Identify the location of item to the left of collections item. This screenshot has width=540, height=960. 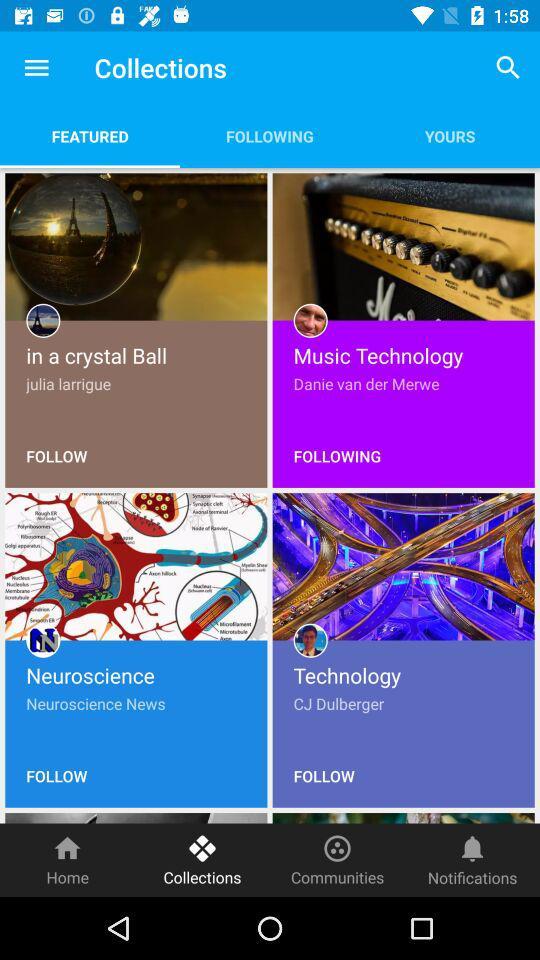
(36, 68).